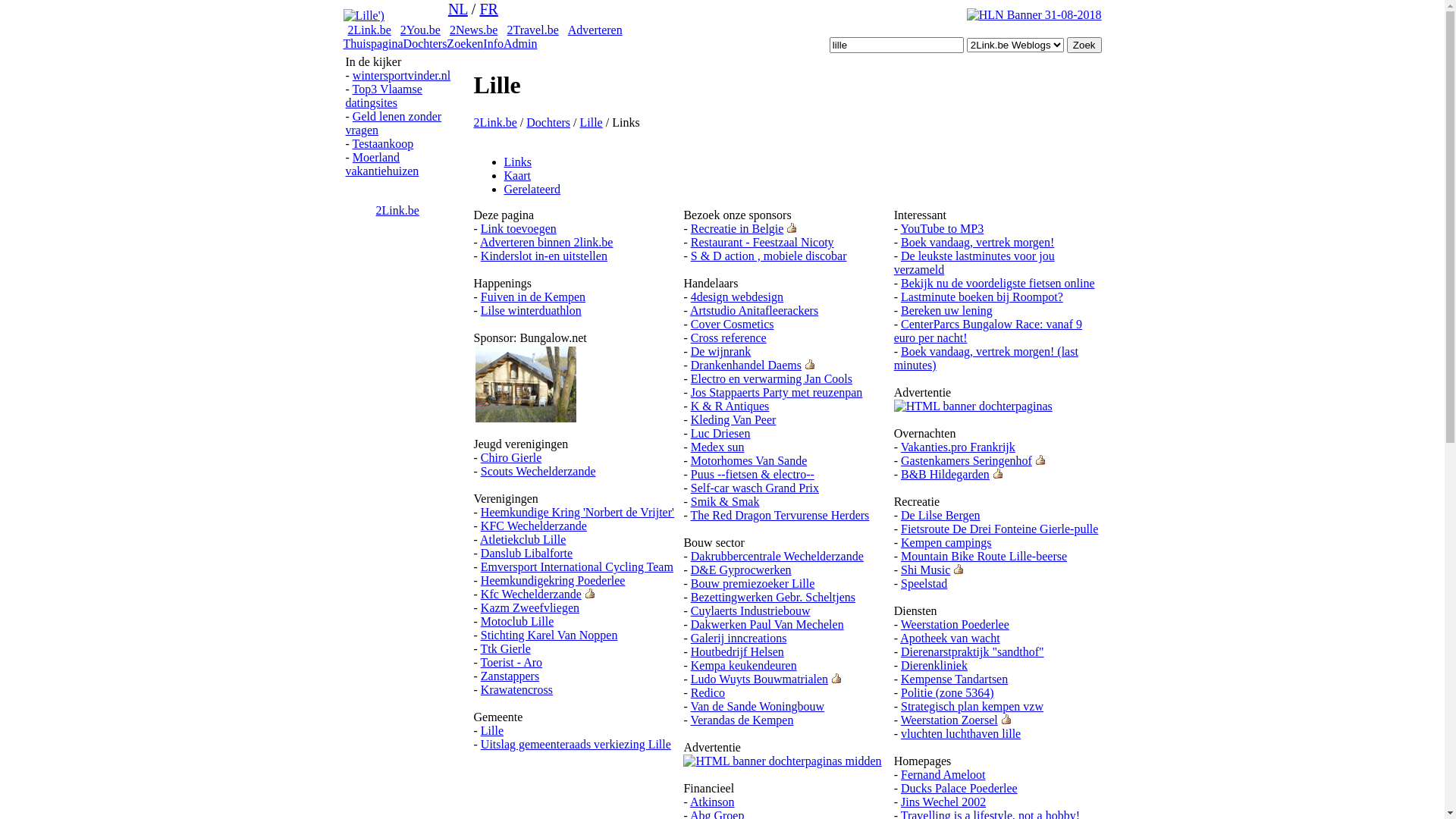  What do you see at coordinates (750, 610) in the screenshot?
I see `'Cuylaerts Industriebouw'` at bounding box center [750, 610].